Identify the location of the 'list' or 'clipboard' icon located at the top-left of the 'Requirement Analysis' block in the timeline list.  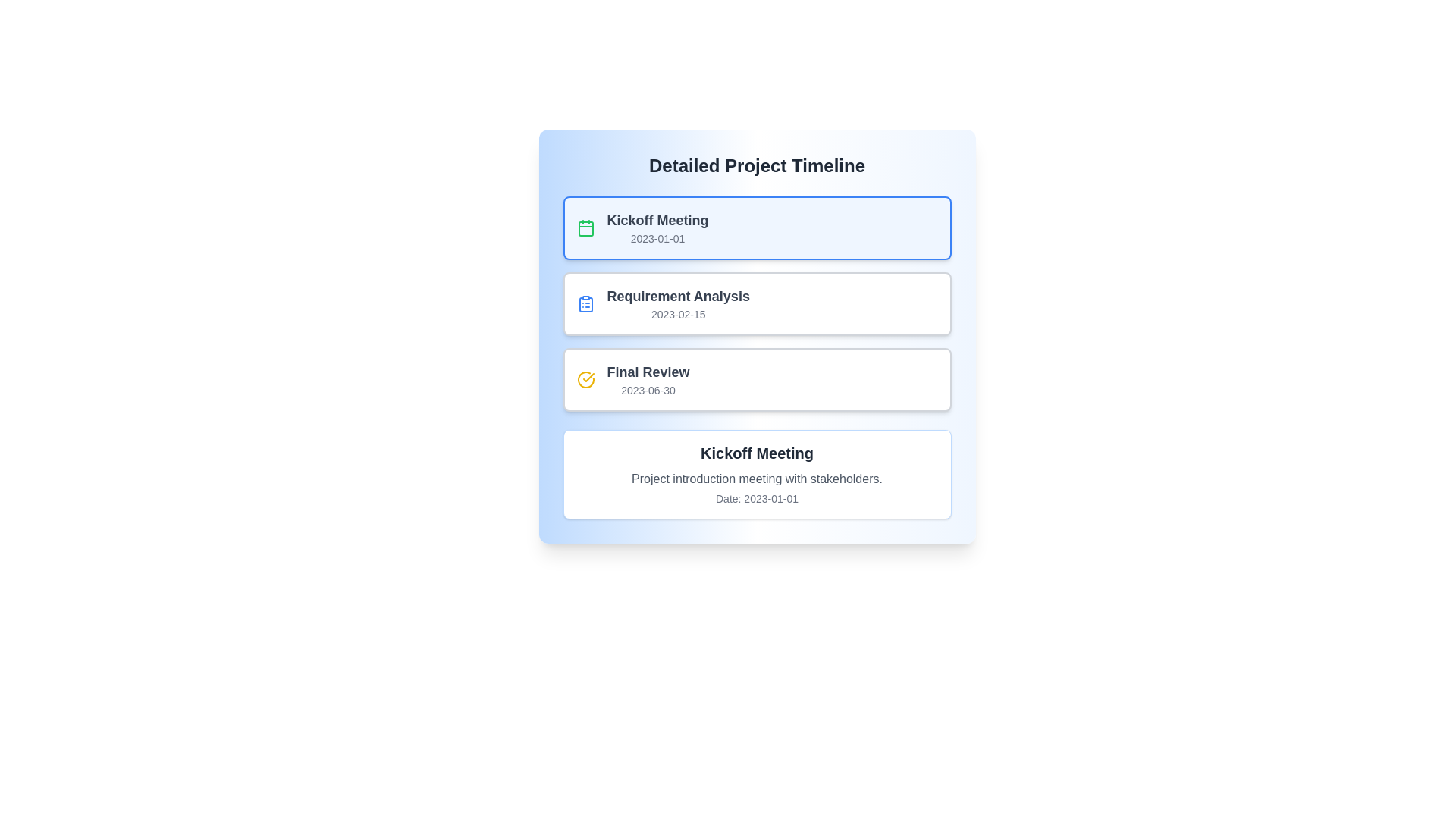
(585, 304).